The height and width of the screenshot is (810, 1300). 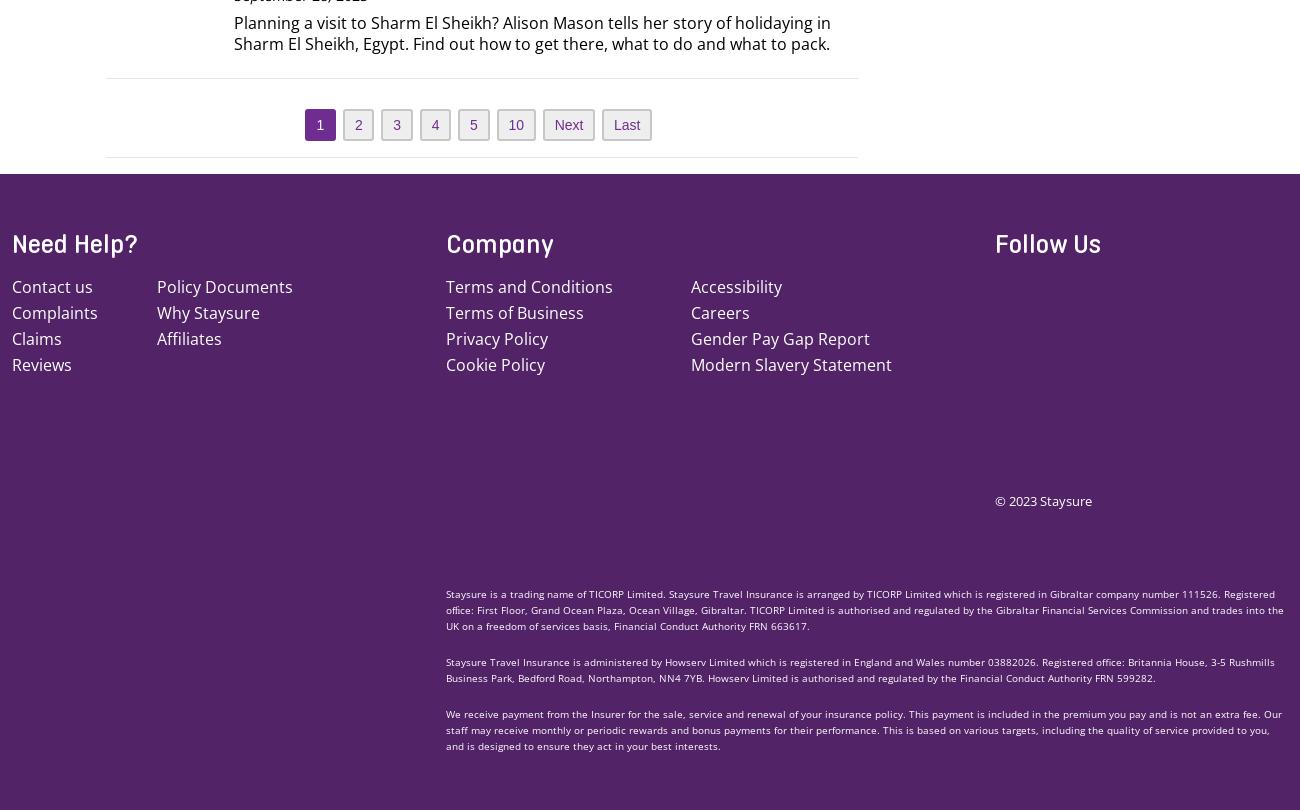 I want to click on 'Terms of Business', so click(x=514, y=311).